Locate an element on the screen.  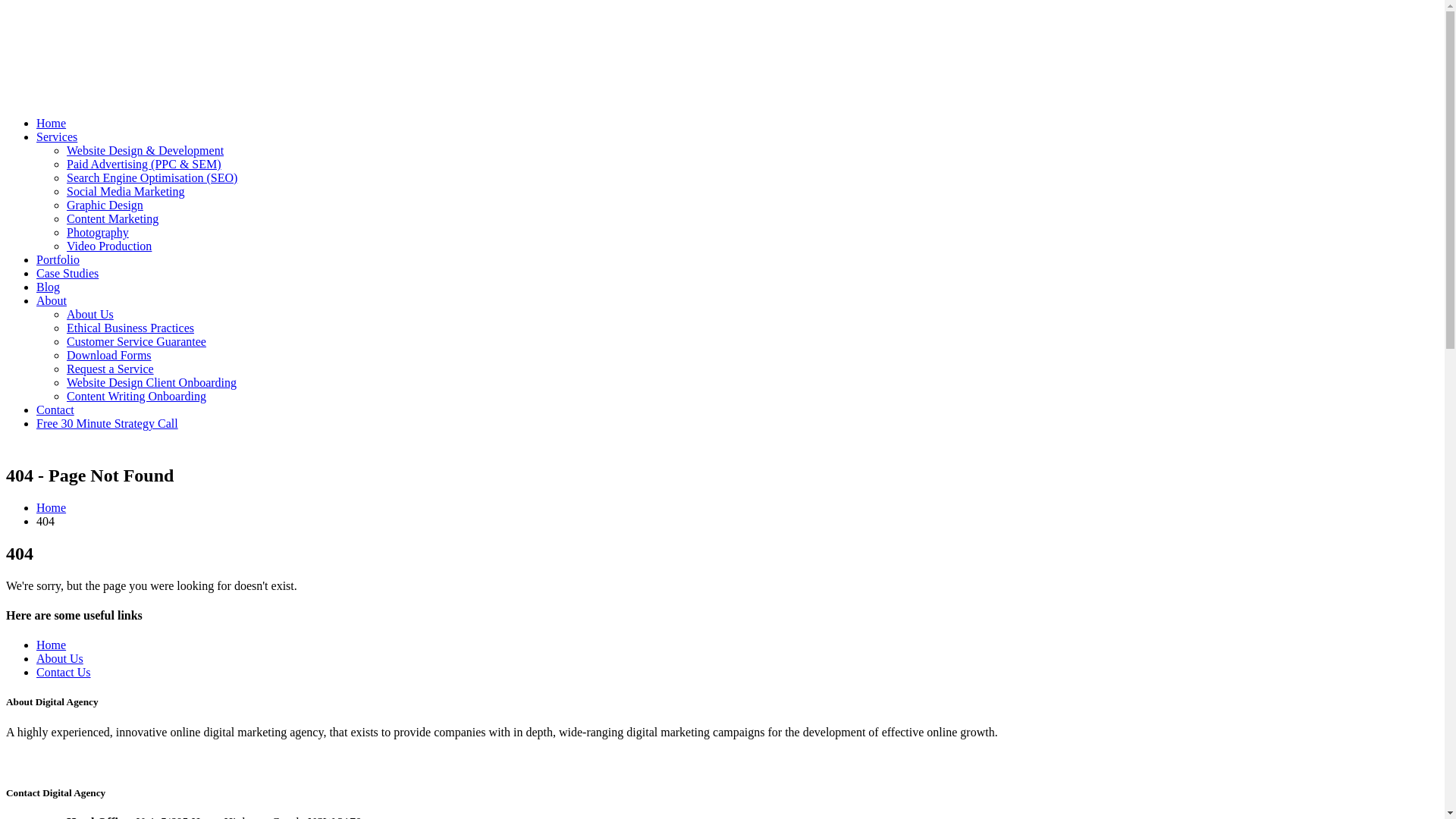
'About' is located at coordinates (51, 300).